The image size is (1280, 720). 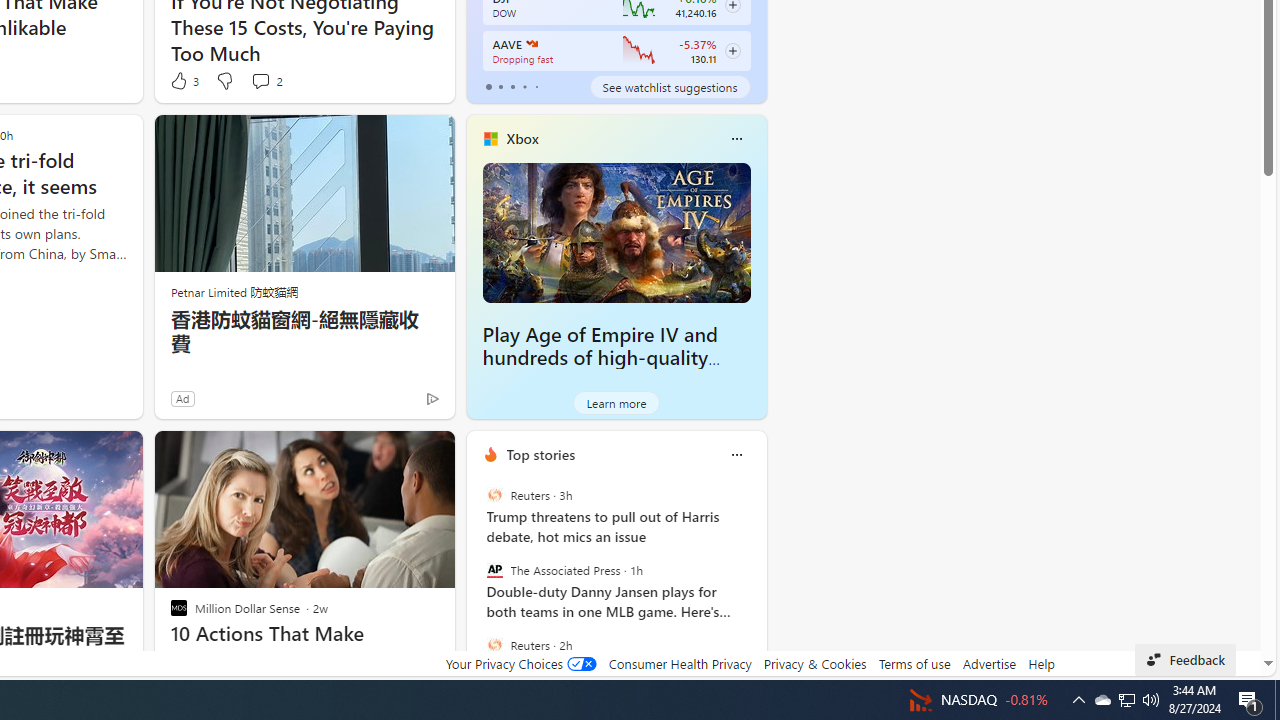 I want to click on 'Consumer Health Privacy', so click(x=680, y=663).